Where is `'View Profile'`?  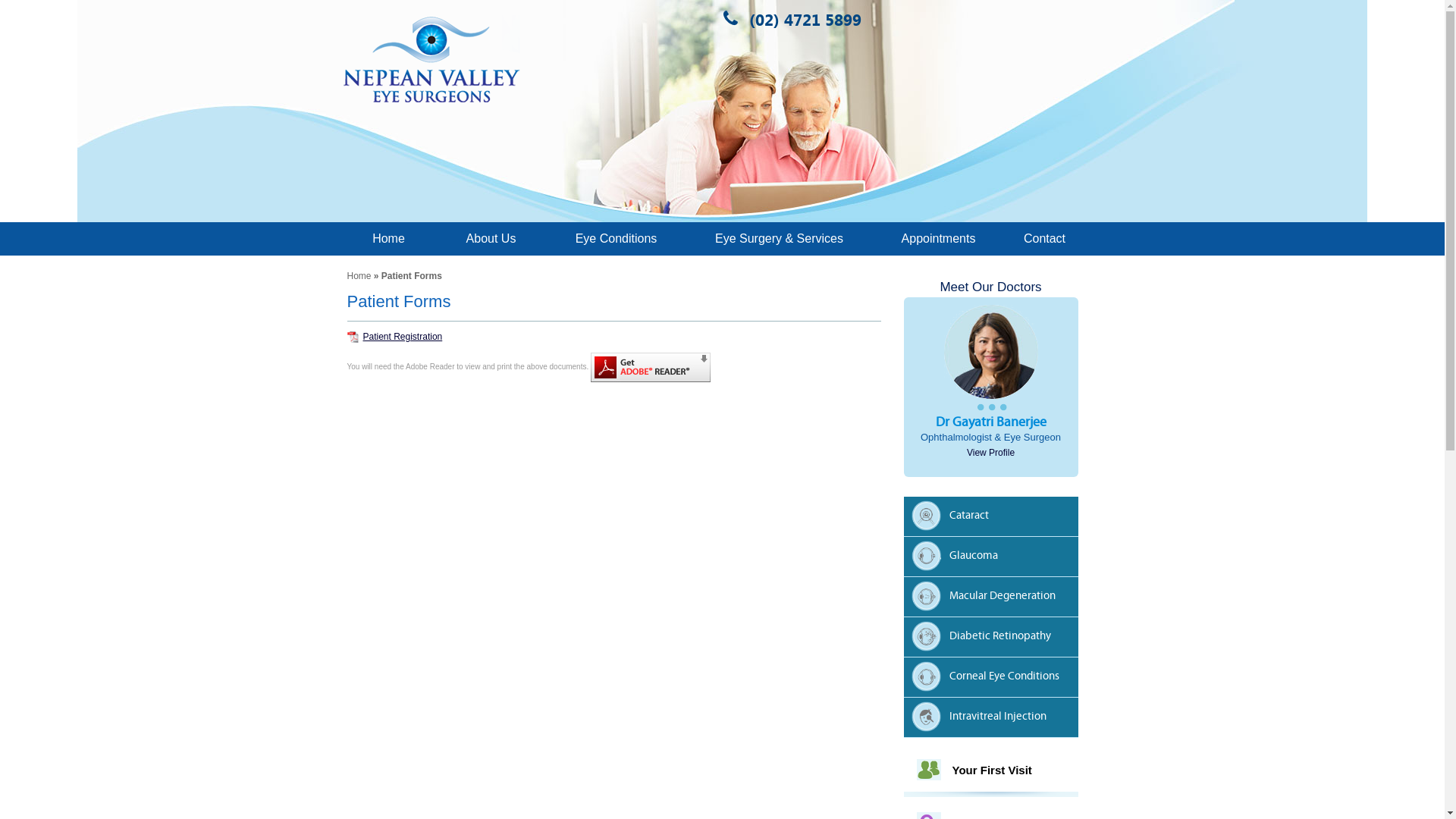 'View Profile' is located at coordinates (990, 452).